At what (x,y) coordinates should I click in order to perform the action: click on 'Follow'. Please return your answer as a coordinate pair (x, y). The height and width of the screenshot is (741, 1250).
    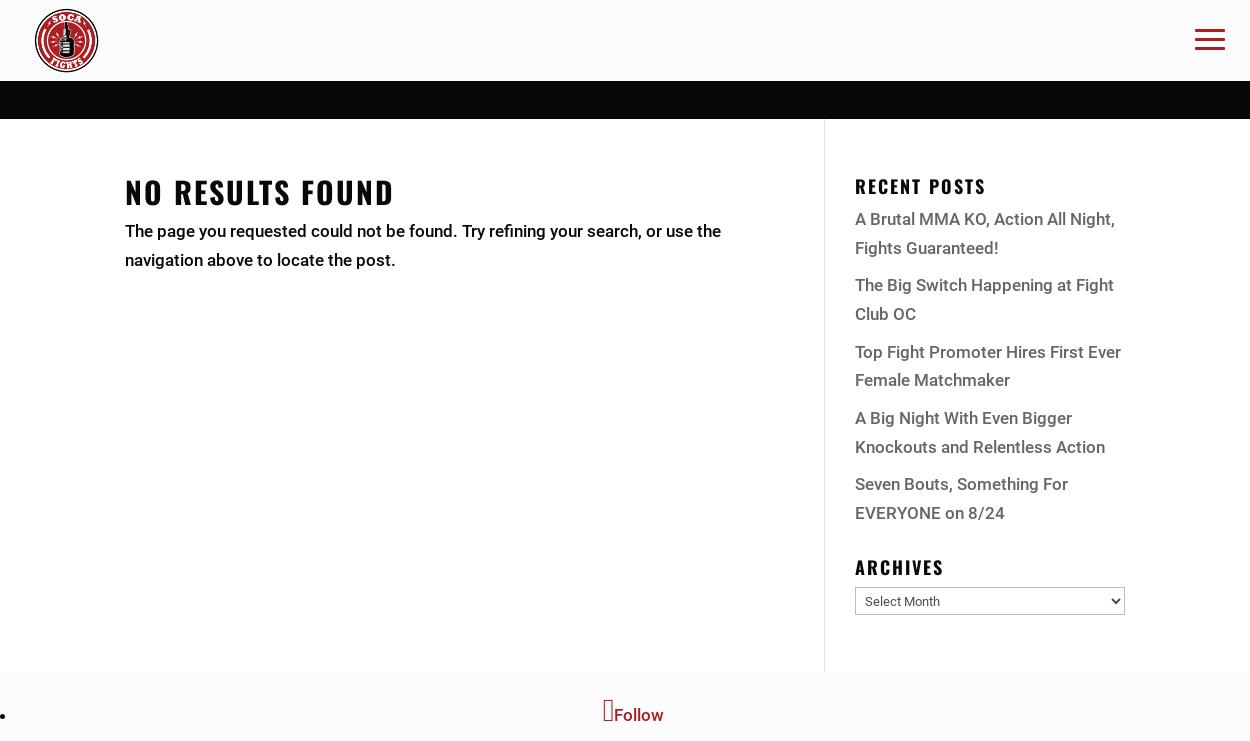
    Looking at the image, I should click on (639, 714).